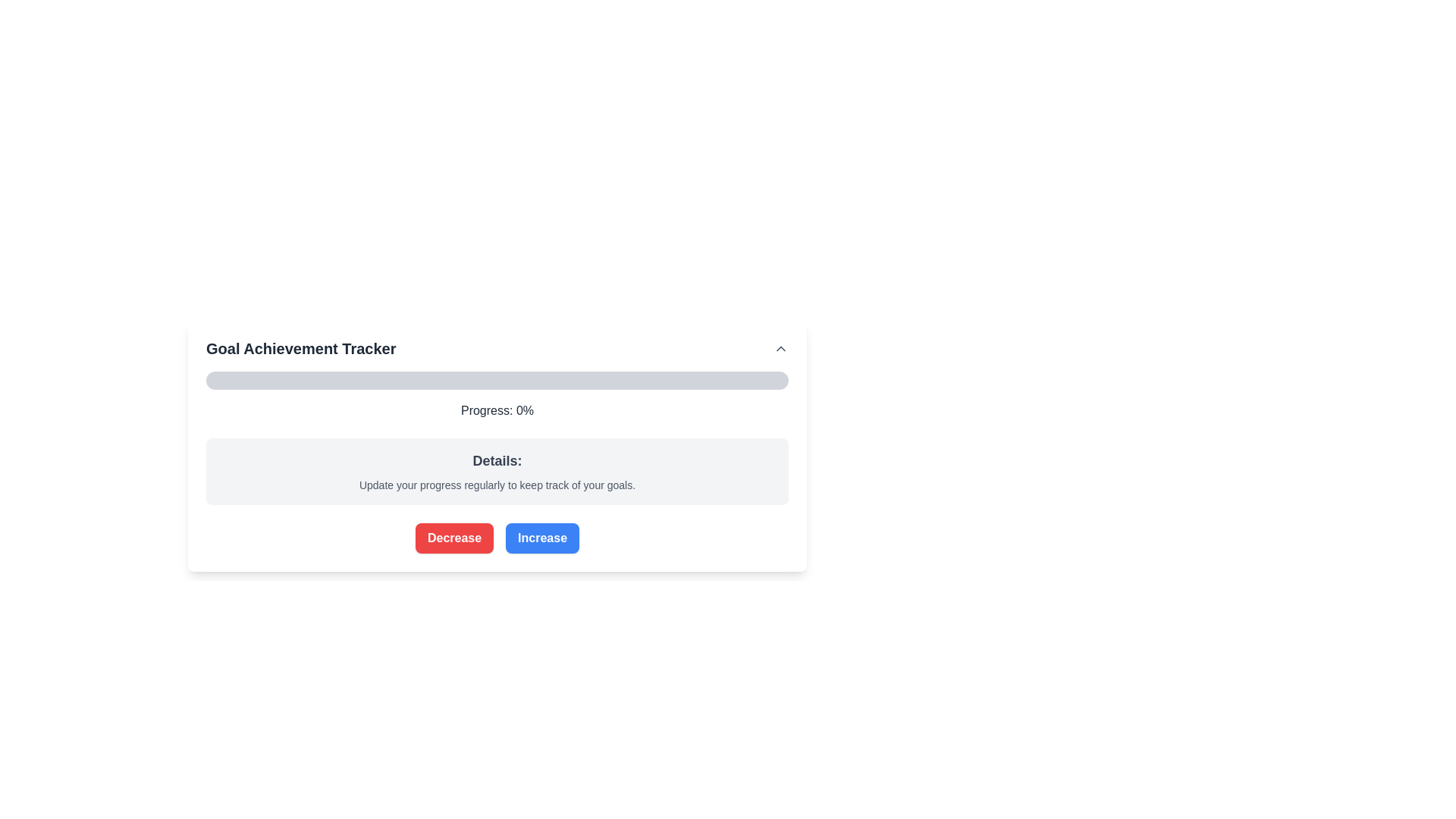 The image size is (1456, 819). Describe the element at coordinates (497, 470) in the screenshot. I see `the informational text block which displays 'Details:' and 'Update your progress regularly to keep track of your goals.'` at that location.